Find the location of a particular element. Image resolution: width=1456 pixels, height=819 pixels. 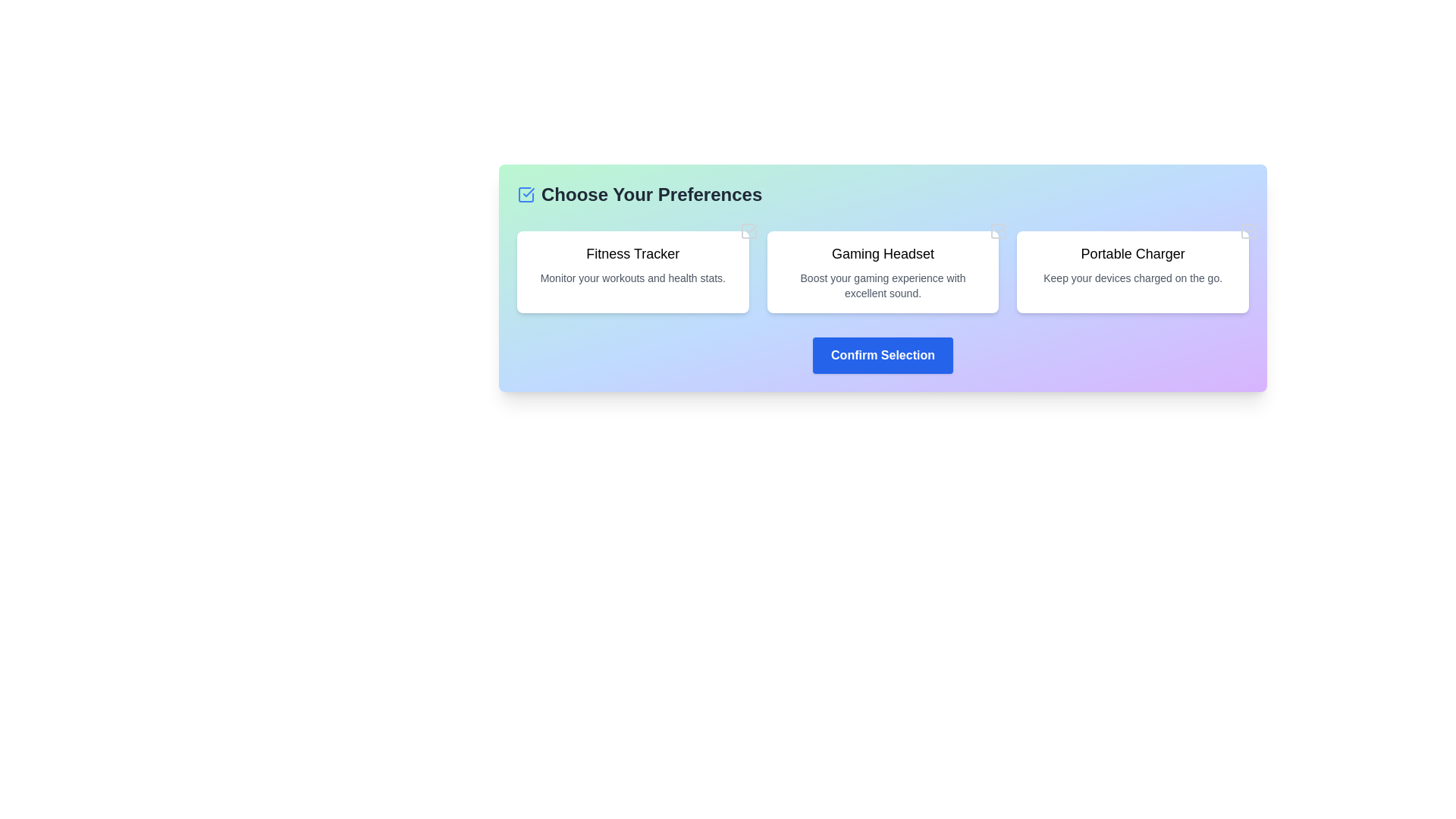

the text element providing additional description for the 'Fitness Tracker' option, located directly below the headline text 'Fitness Tracker' is located at coordinates (632, 278).